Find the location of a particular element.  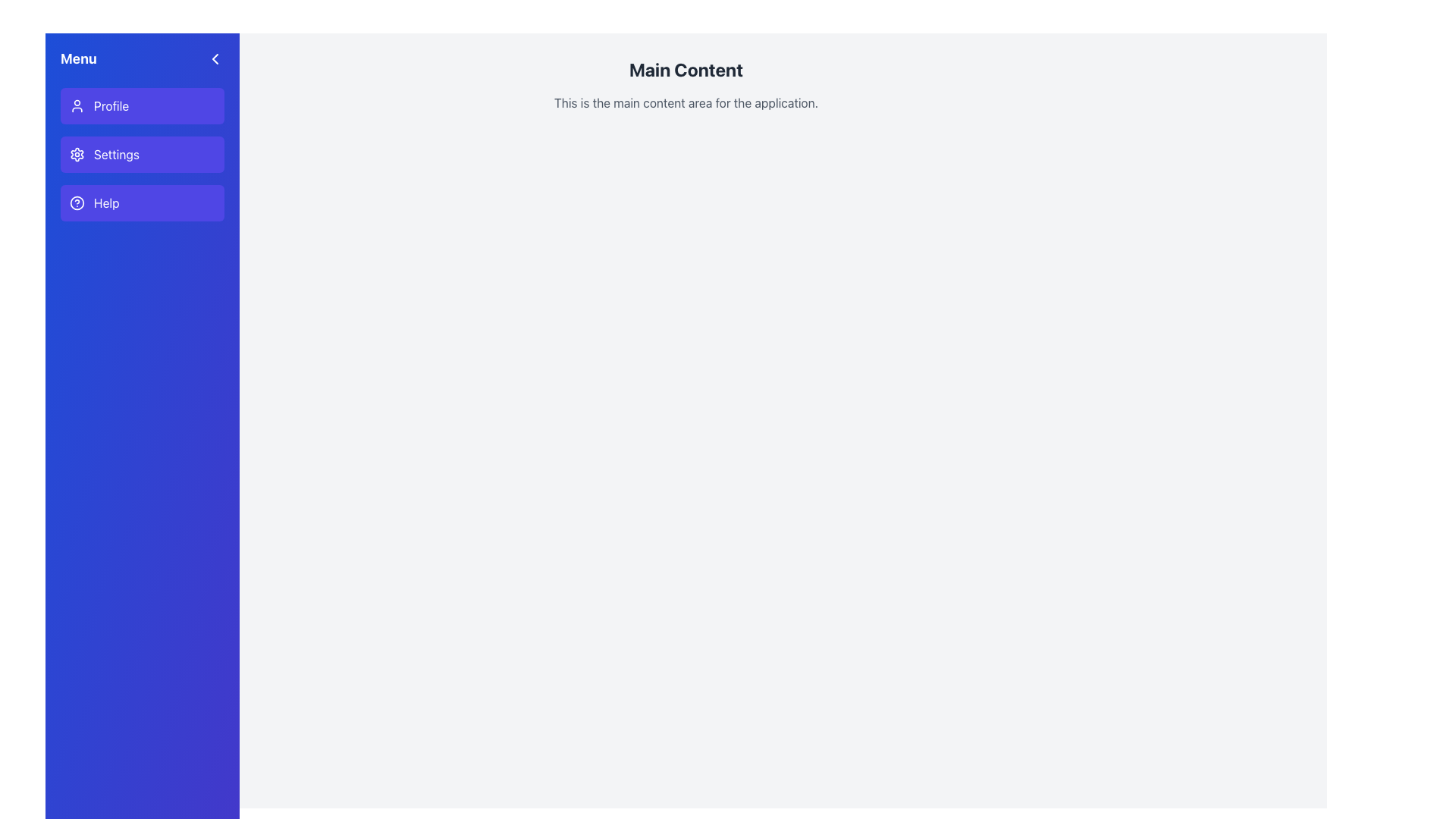

the help button, which is the third item in the vertical navigation list on the left panel, positioned between the 'Settings' button and the bottom edge of the panel, to possibly display a tooltip is located at coordinates (142, 202).